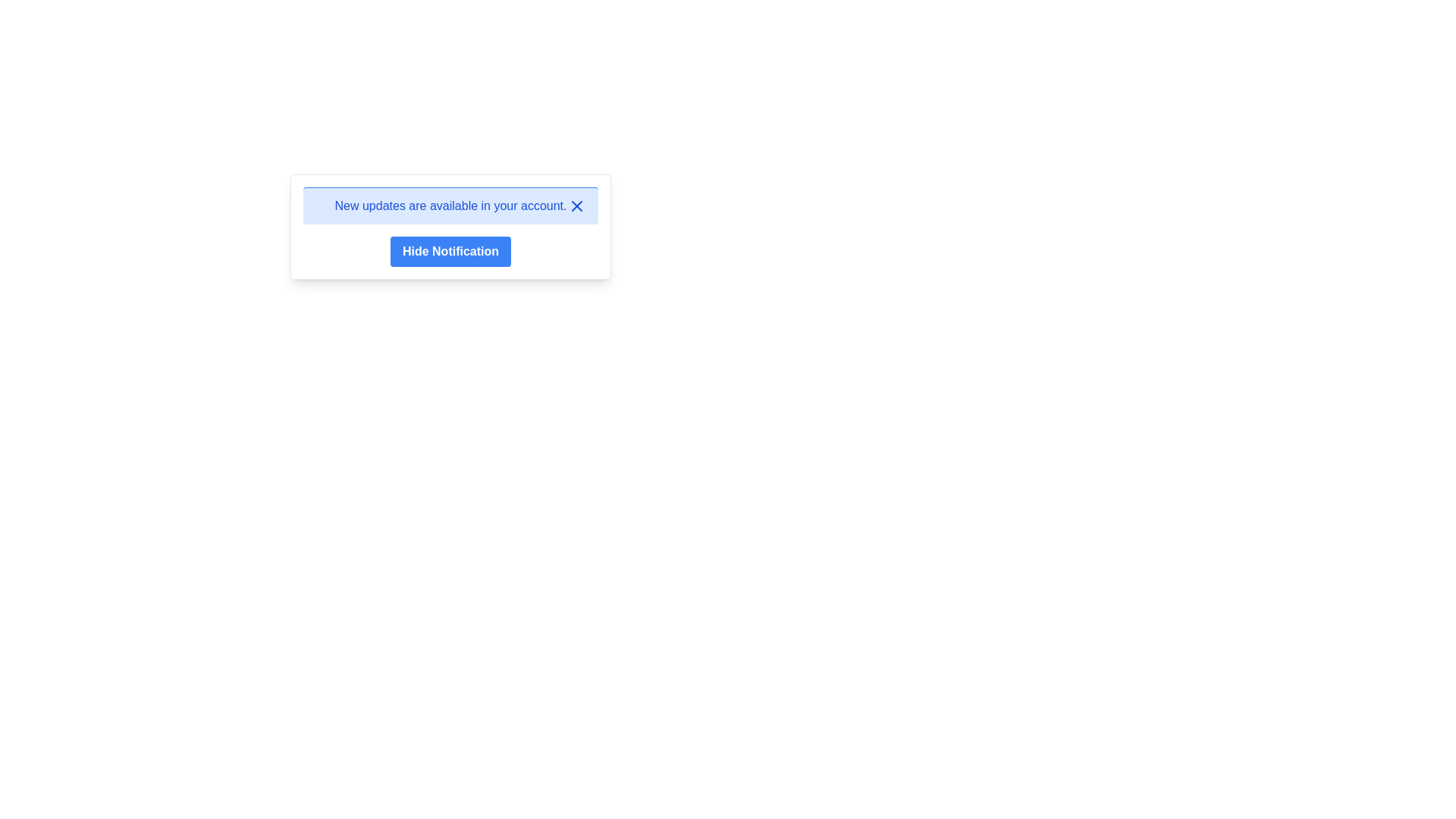 This screenshot has width=1456, height=819. I want to click on the close button styled as an 'X' icon in blue color located at the top-right corner of the notification box, so click(576, 206).